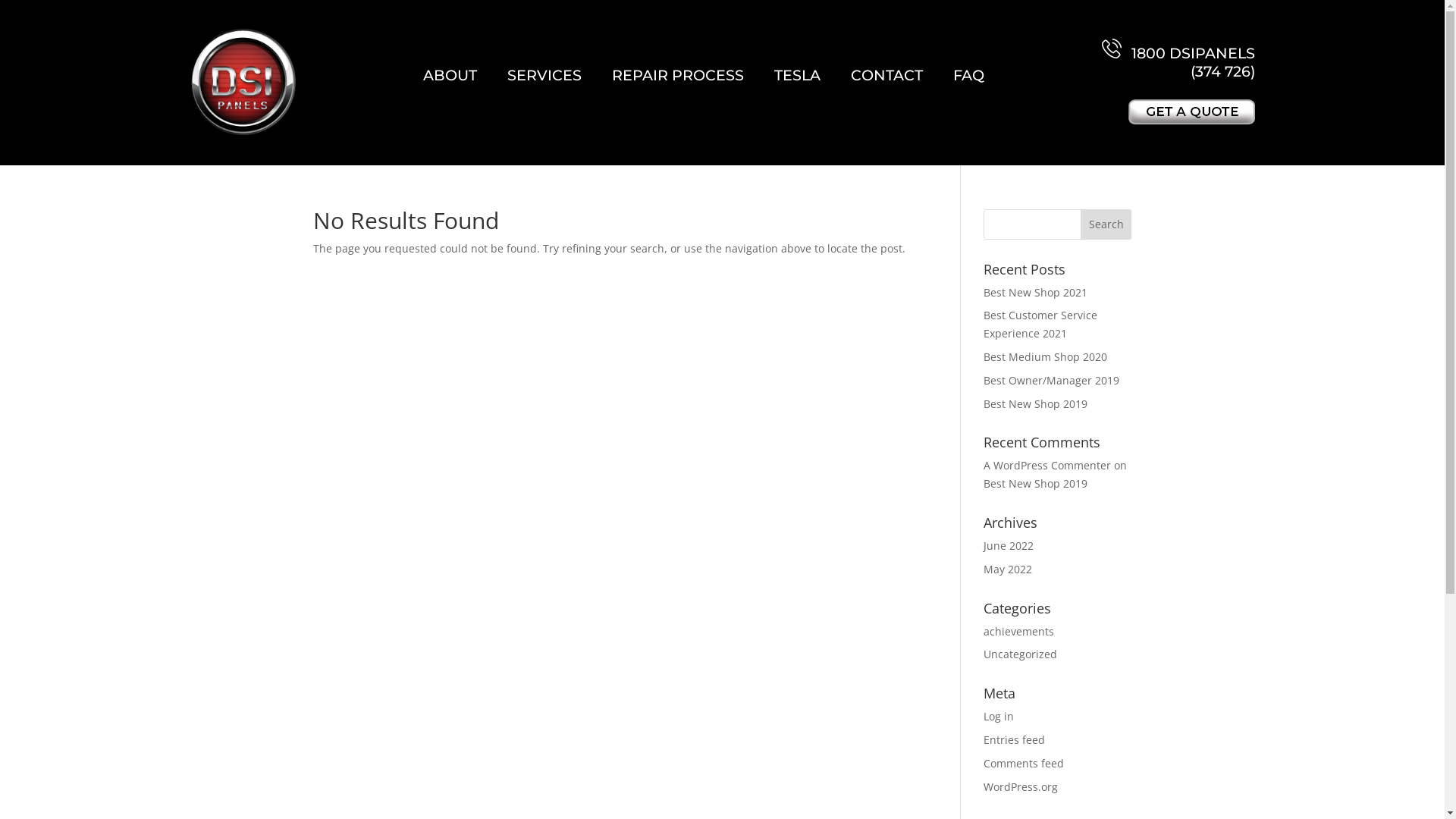  Describe the element at coordinates (1106, 224) in the screenshot. I see `'Search'` at that location.